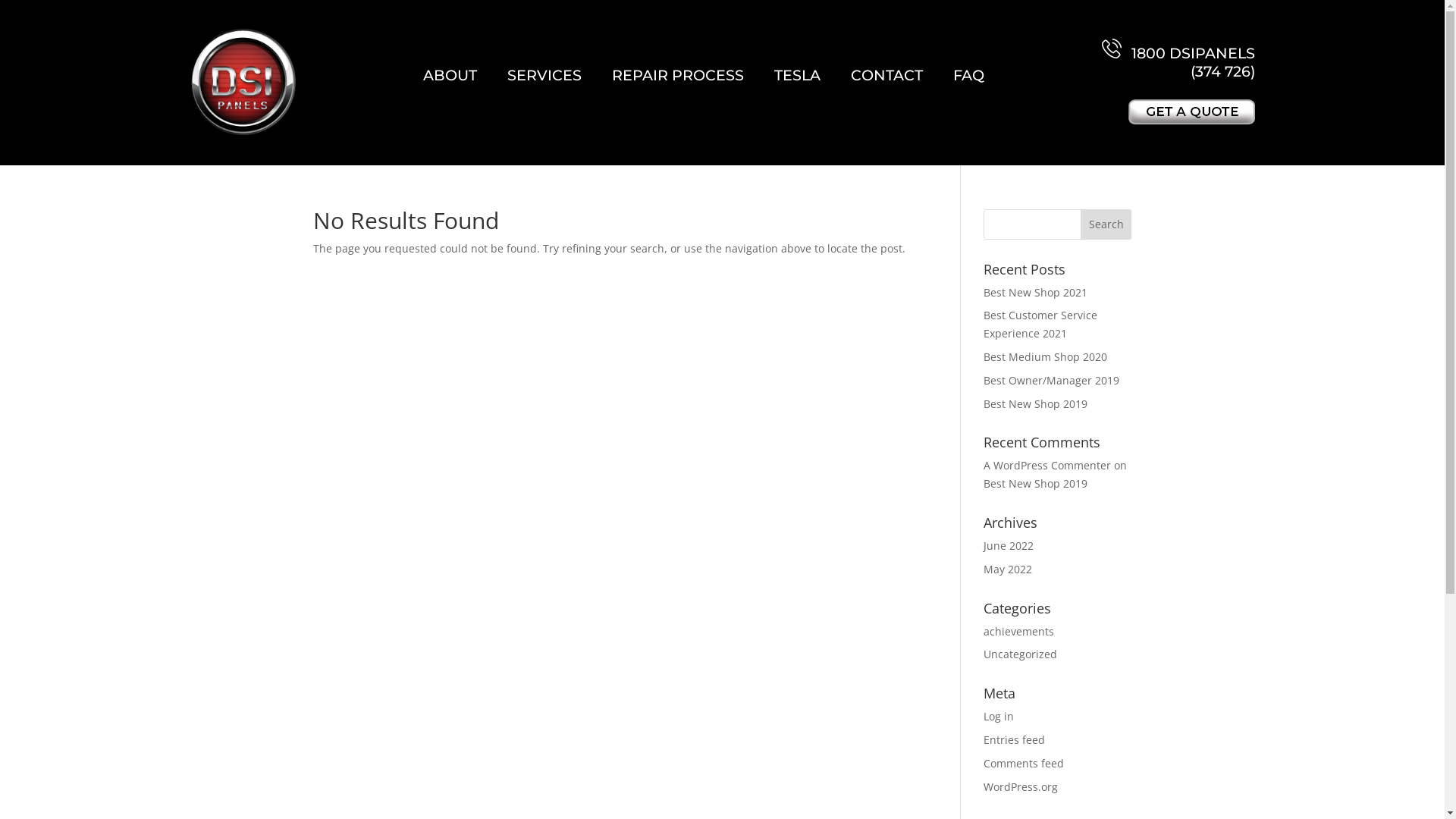  Describe the element at coordinates (1106, 224) in the screenshot. I see `'Search'` at that location.